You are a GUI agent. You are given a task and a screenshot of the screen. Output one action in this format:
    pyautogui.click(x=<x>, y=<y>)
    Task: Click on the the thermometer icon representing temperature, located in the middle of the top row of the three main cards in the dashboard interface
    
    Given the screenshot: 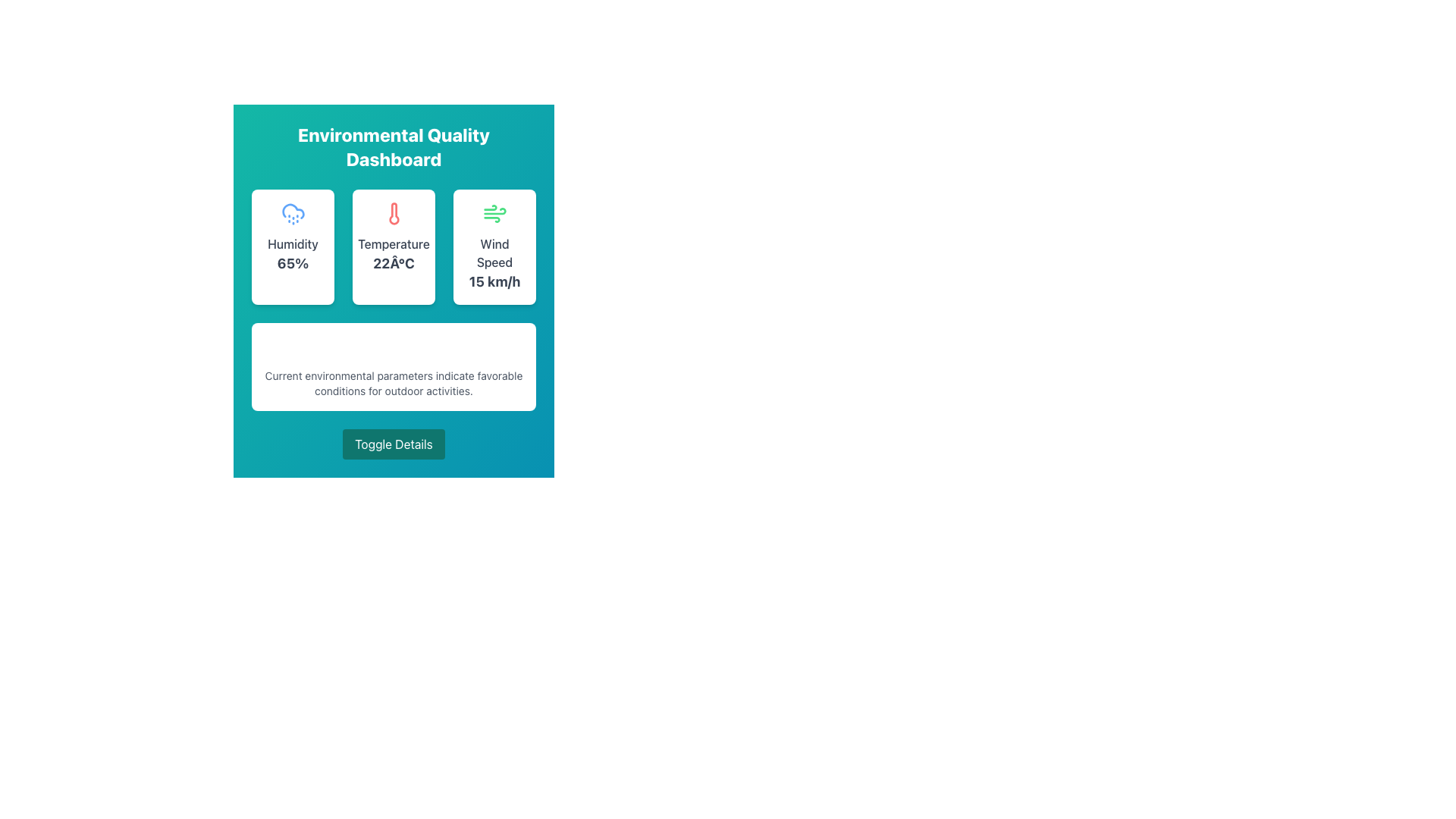 What is the action you would take?
    pyautogui.click(x=394, y=213)
    